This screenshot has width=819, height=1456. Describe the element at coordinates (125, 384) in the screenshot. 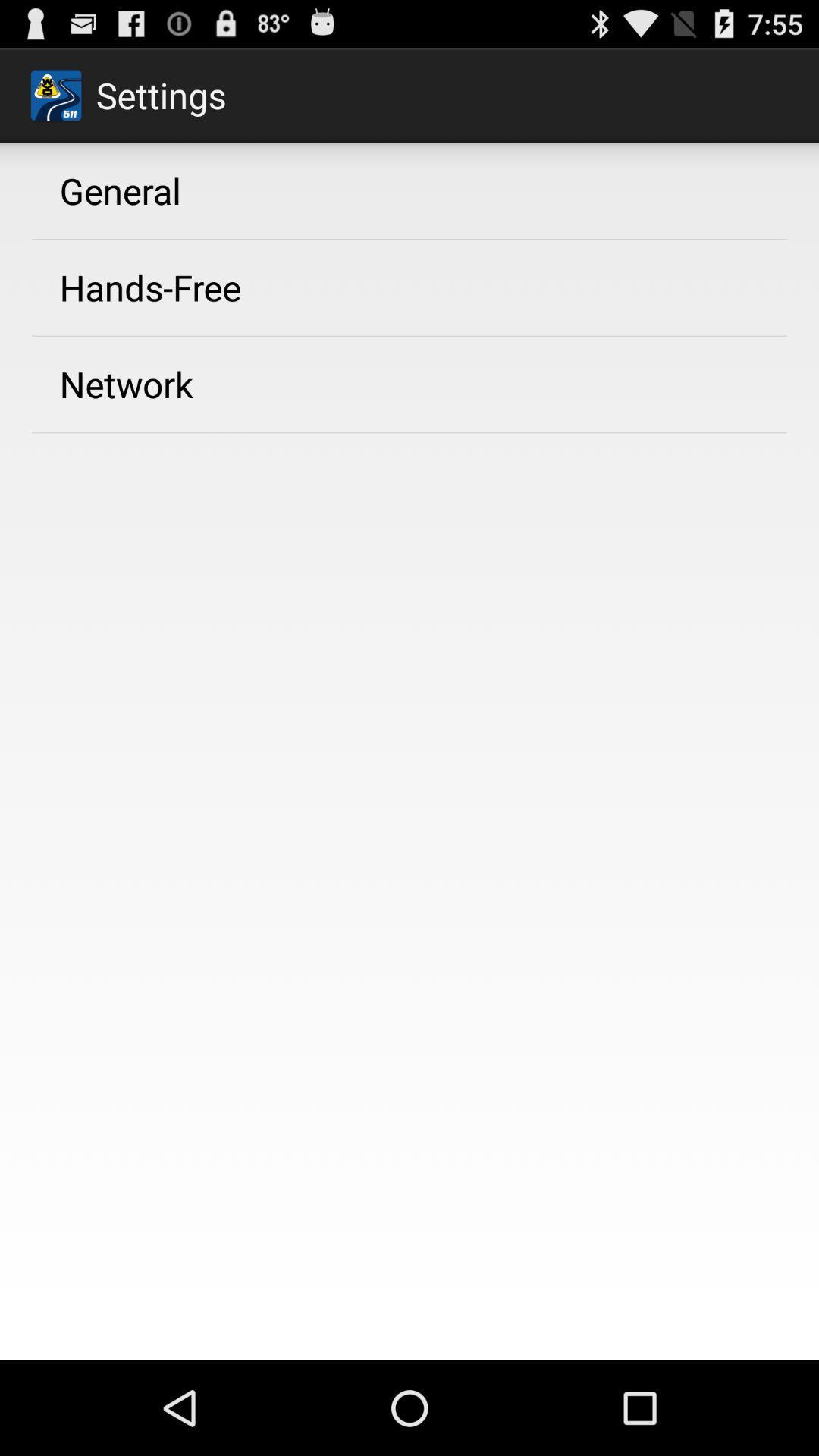

I see `the network icon` at that location.